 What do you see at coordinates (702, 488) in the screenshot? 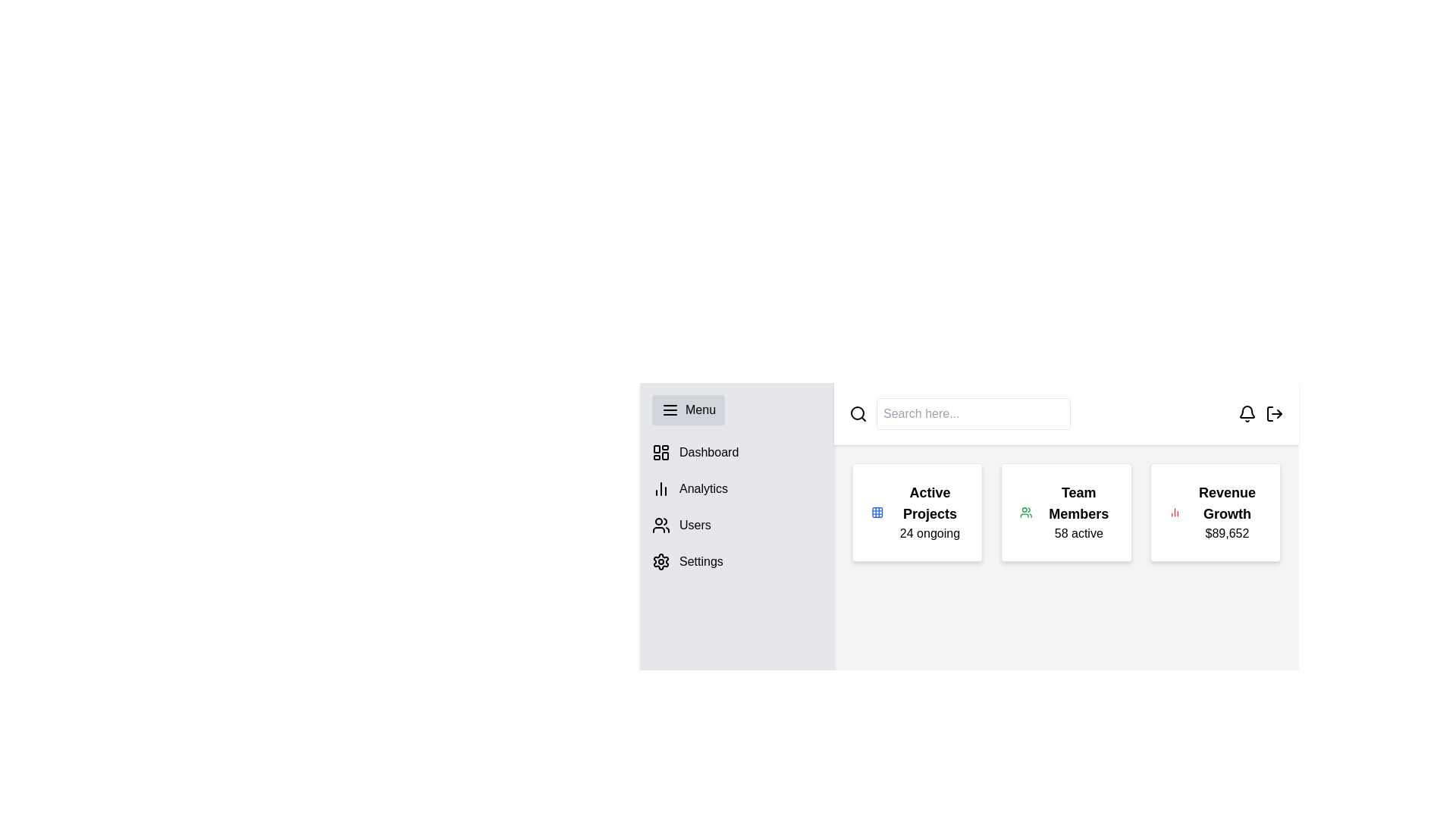
I see `the 'Analytics' text label in the sidebar menu` at bounding box center [702, 488].